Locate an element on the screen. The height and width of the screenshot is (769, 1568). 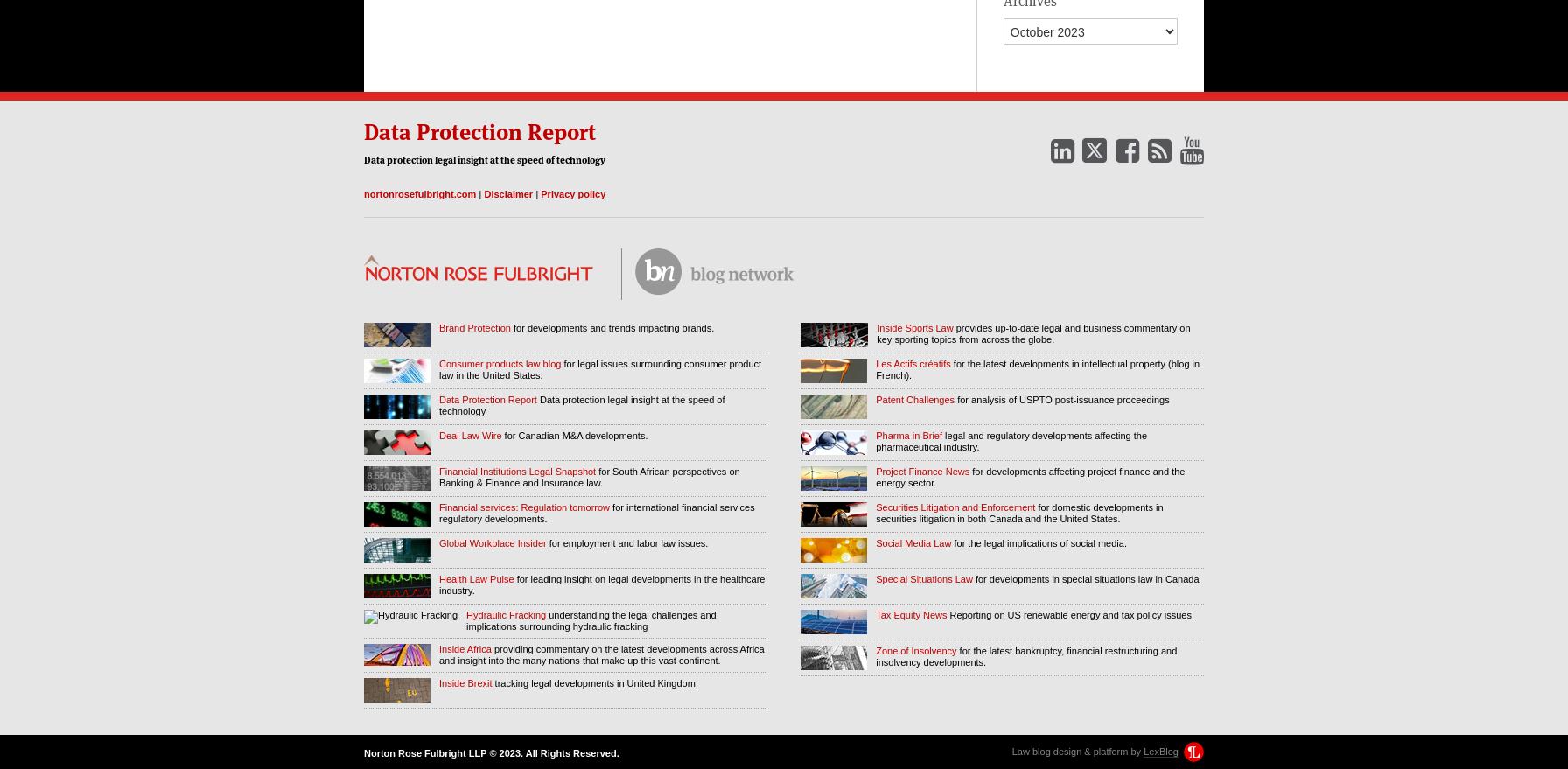
'protection' is located at coordinates (387, 159).